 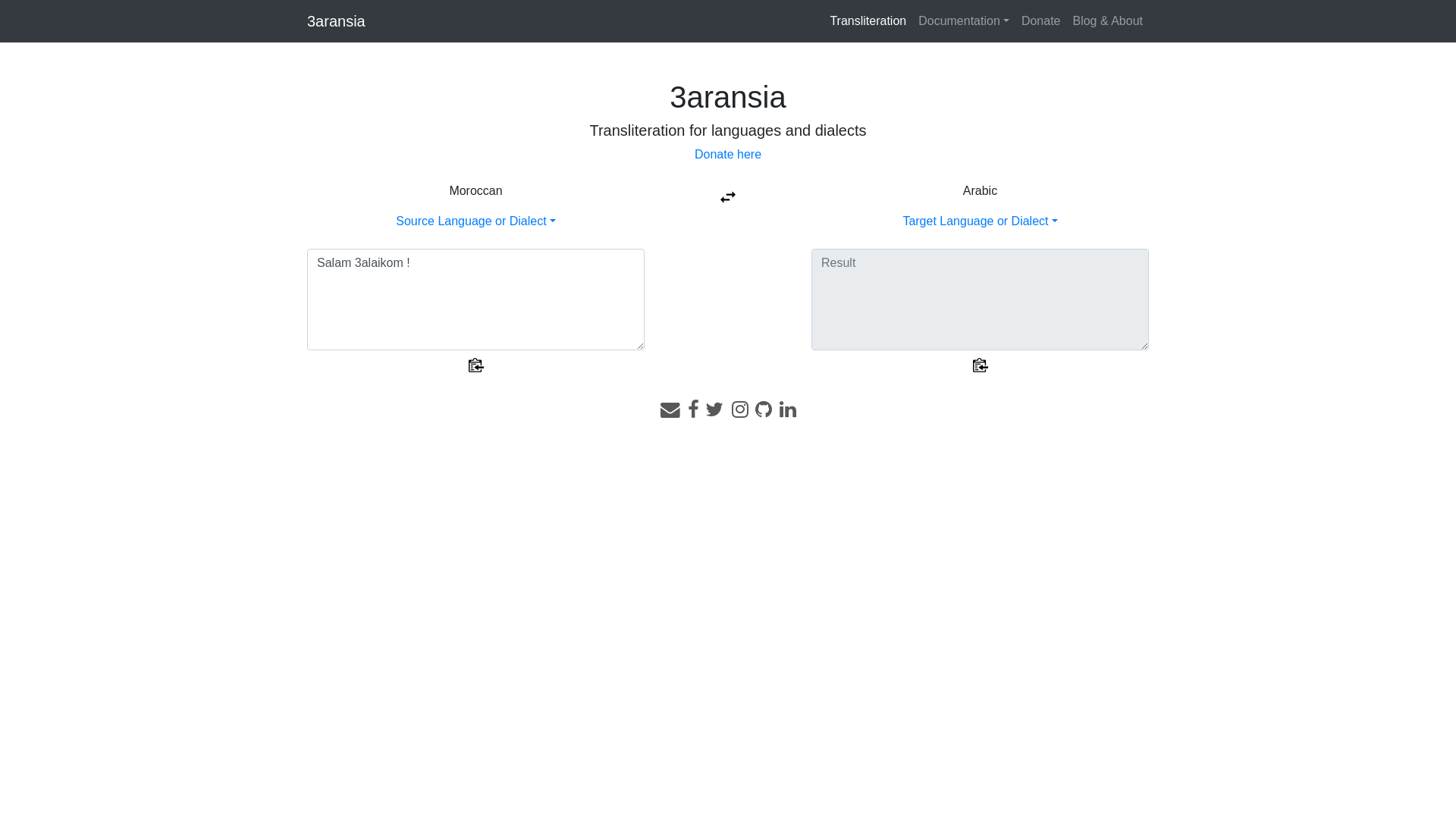 What do you see at coordinates (306, 20) in the screenshot?
I see `'3aransia'` at bounding box center [306, 20].